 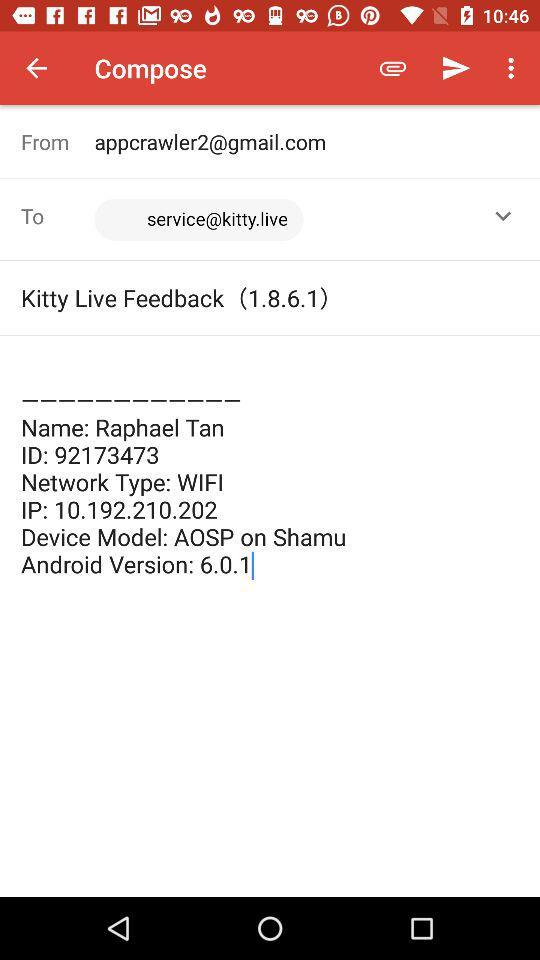 I want to click on icon next to compose icon, so click(x=36, y=68).